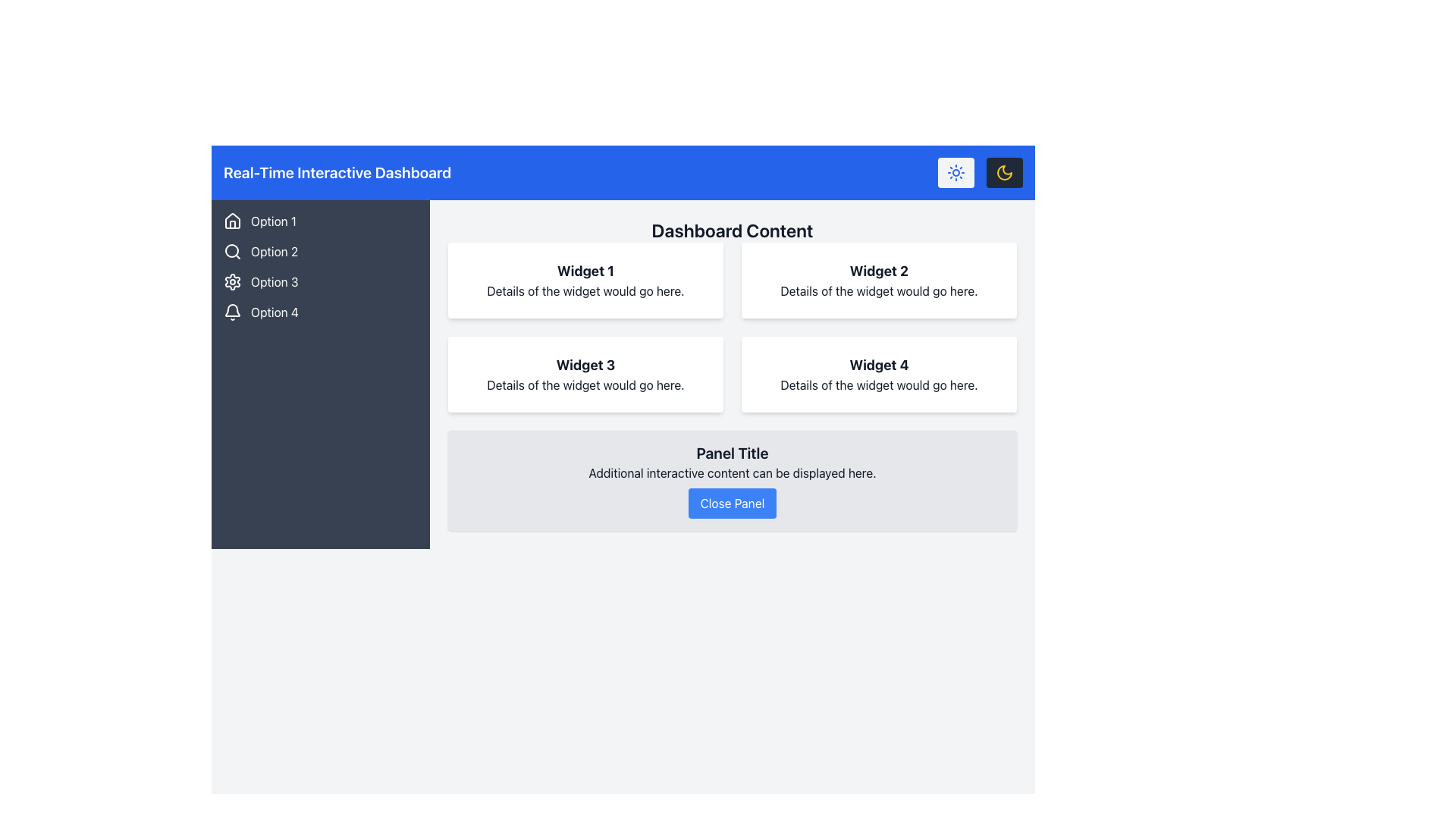  Describe the element at coordinates (879, 291) in the screenshot. I see `text element that displays 'Details of the widget would go here.' positioned centrally below the header 'Widget 2'` at that location.